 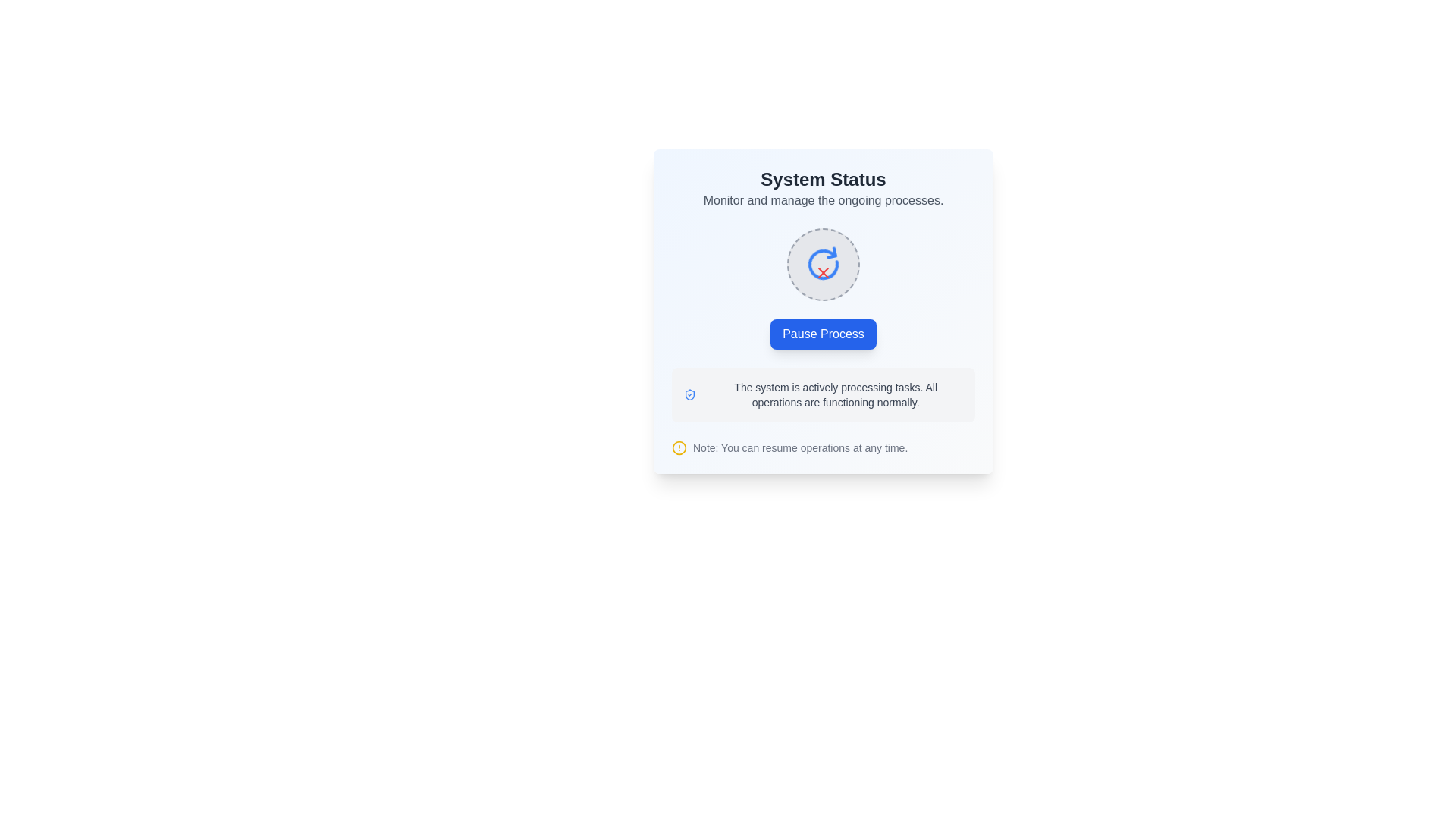 What do you see at coordinates (822, 263) in the screenshot?
I see `the graphical status indicator located centrally below the 'System Status' header and above the 'Pause Process' button` at bounding box center [822, 263].